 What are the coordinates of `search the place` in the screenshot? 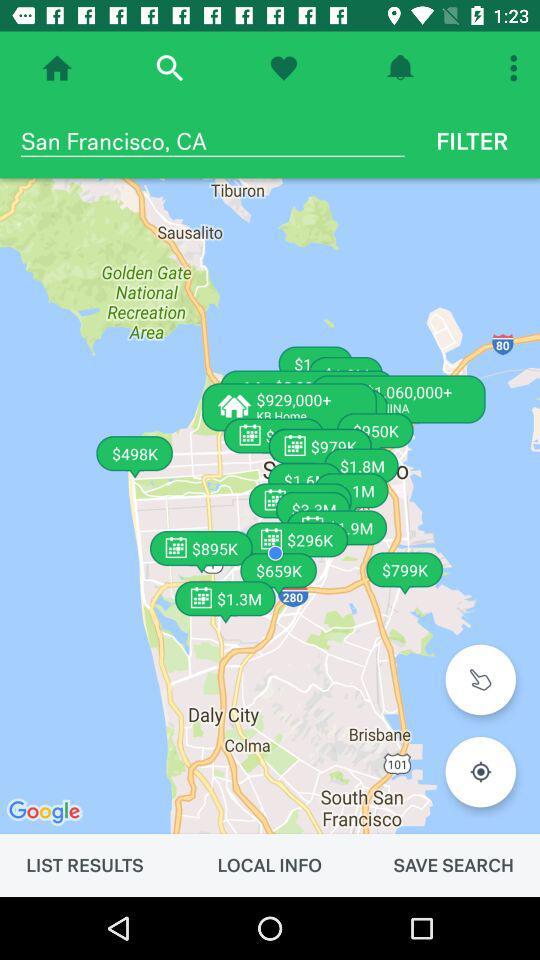 It's located at (168, 68).